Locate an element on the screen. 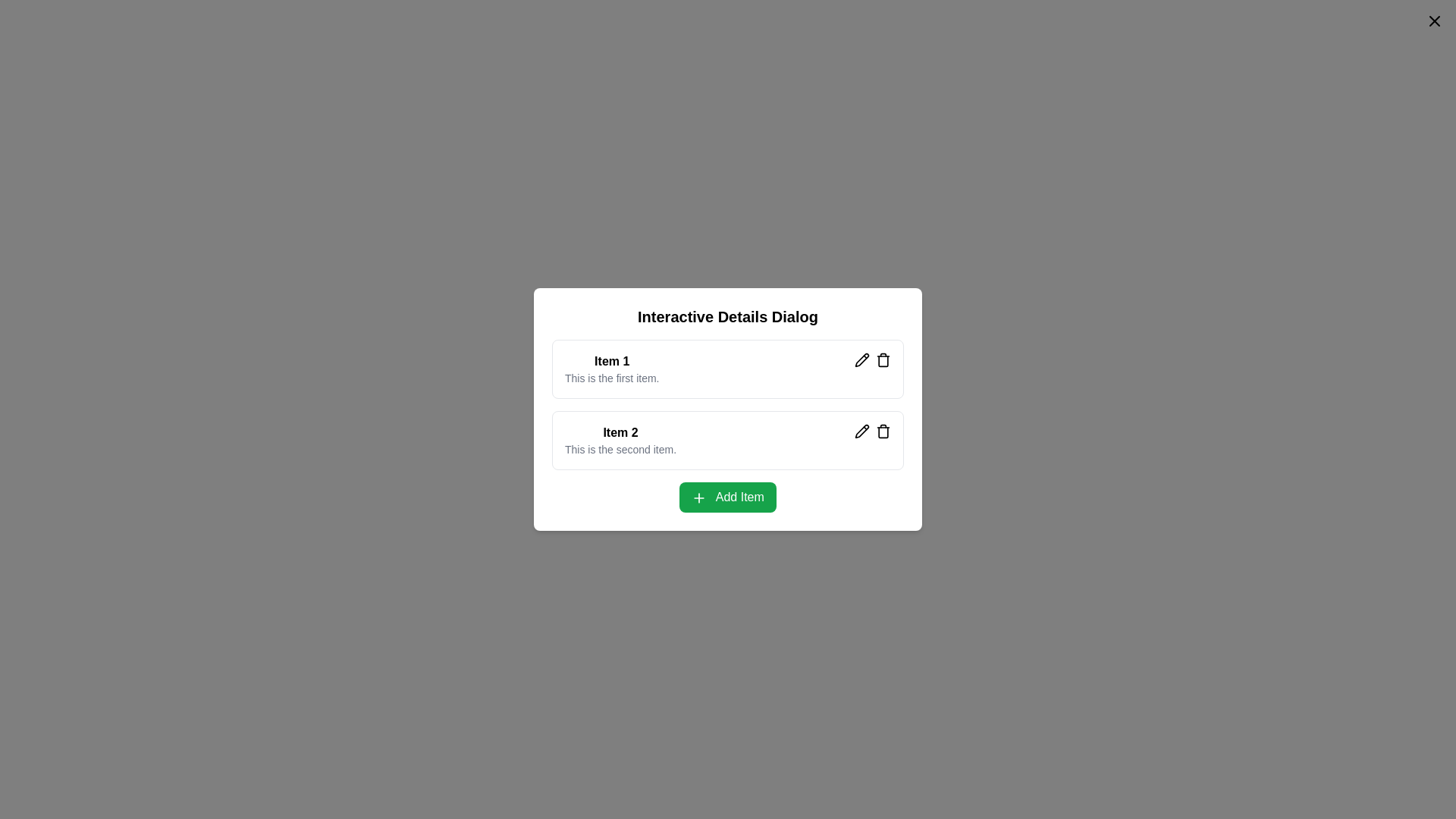 The height and width of the screenshot is (819, 1456). the static text that reads 'This is the second item.' which is styled in light gray and located beneath the bold text 'Item 2' in the vertical list of the dialog interface is located at coordinates (620, 449).